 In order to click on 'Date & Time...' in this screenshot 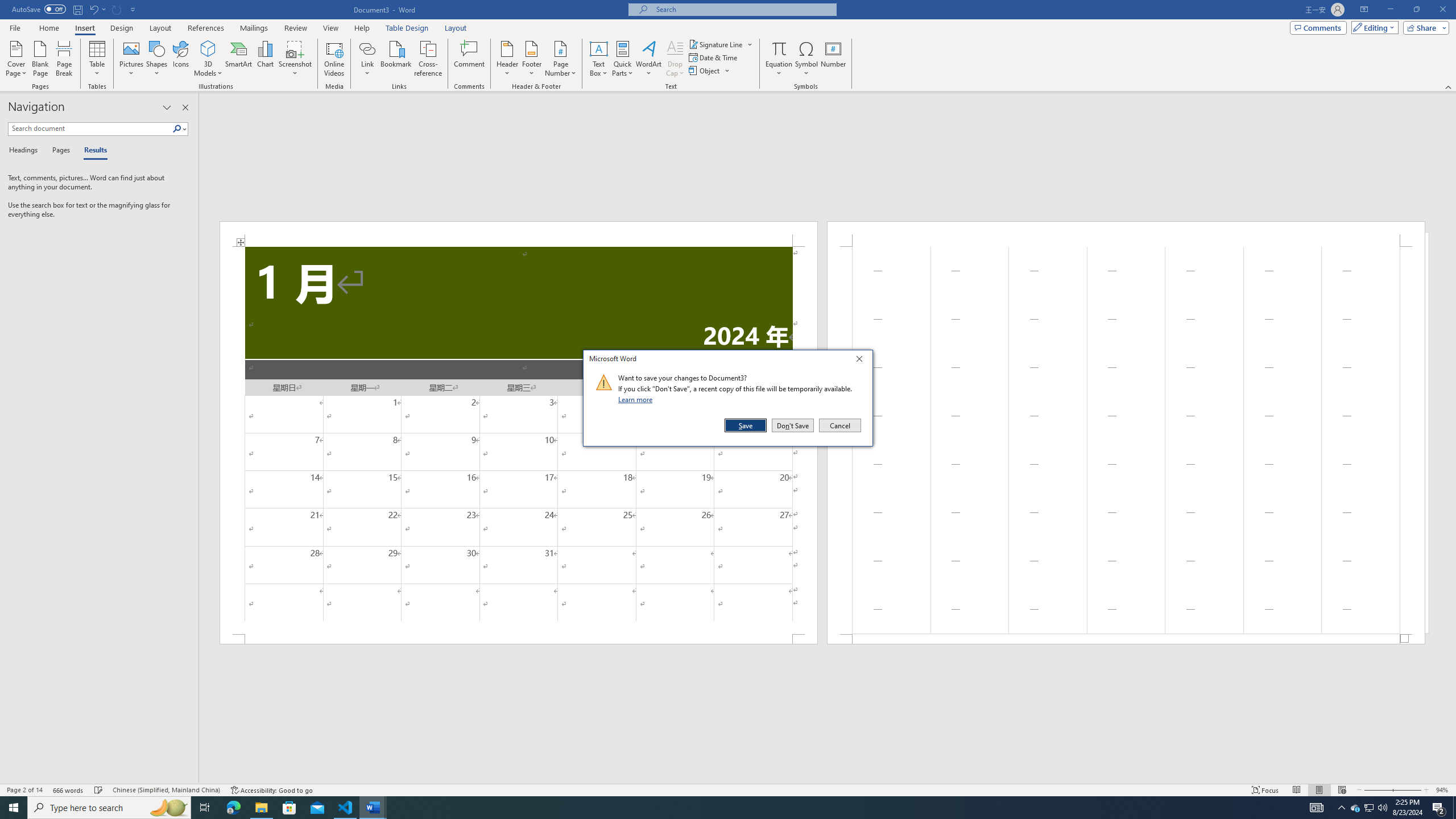, I will do `click(714, 56)`.